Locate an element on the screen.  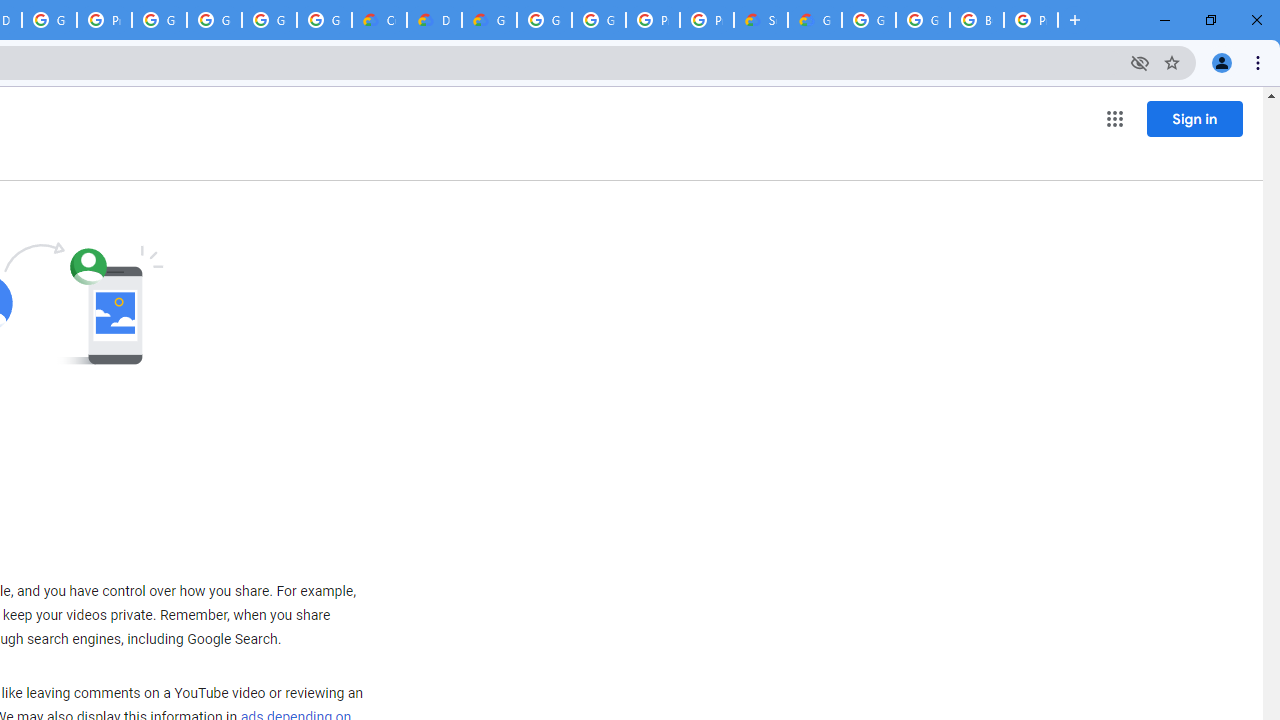
'Google Cloud Service Health' is located at coordinates (815, 20).